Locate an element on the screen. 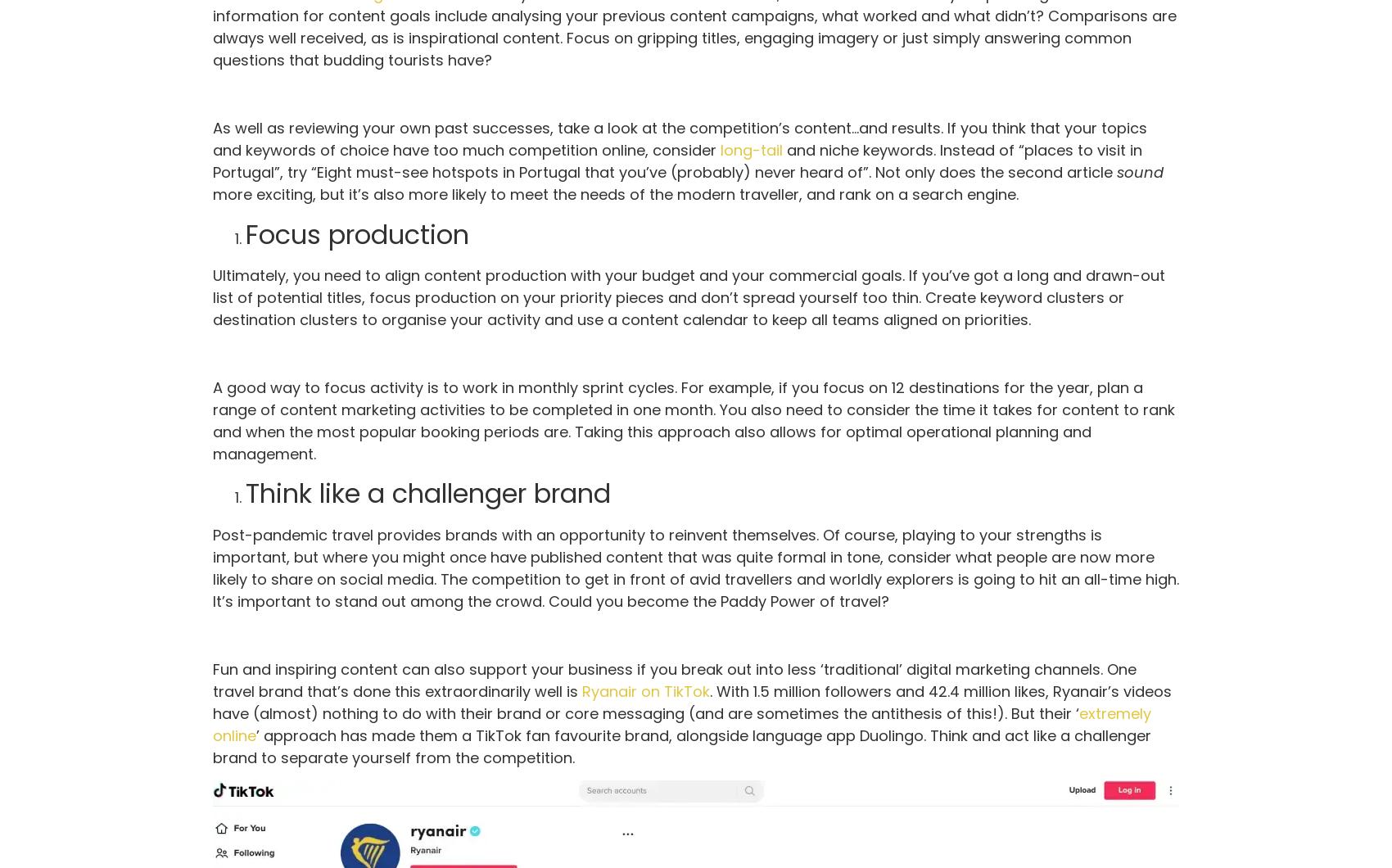 This screenshot has width=1392, height=868. 'Ultimately, you need to align content production with your budget and your commercial goals. If you’ve got a long and drawn-out list of potential titles, focus production on your priority pieces and don’t spread yourself too thin. Create keyword clusters or destination clusters to organise your activity and use a content calendar to keep all teams aligned on priorities.' is located at coordinates (212, 297).